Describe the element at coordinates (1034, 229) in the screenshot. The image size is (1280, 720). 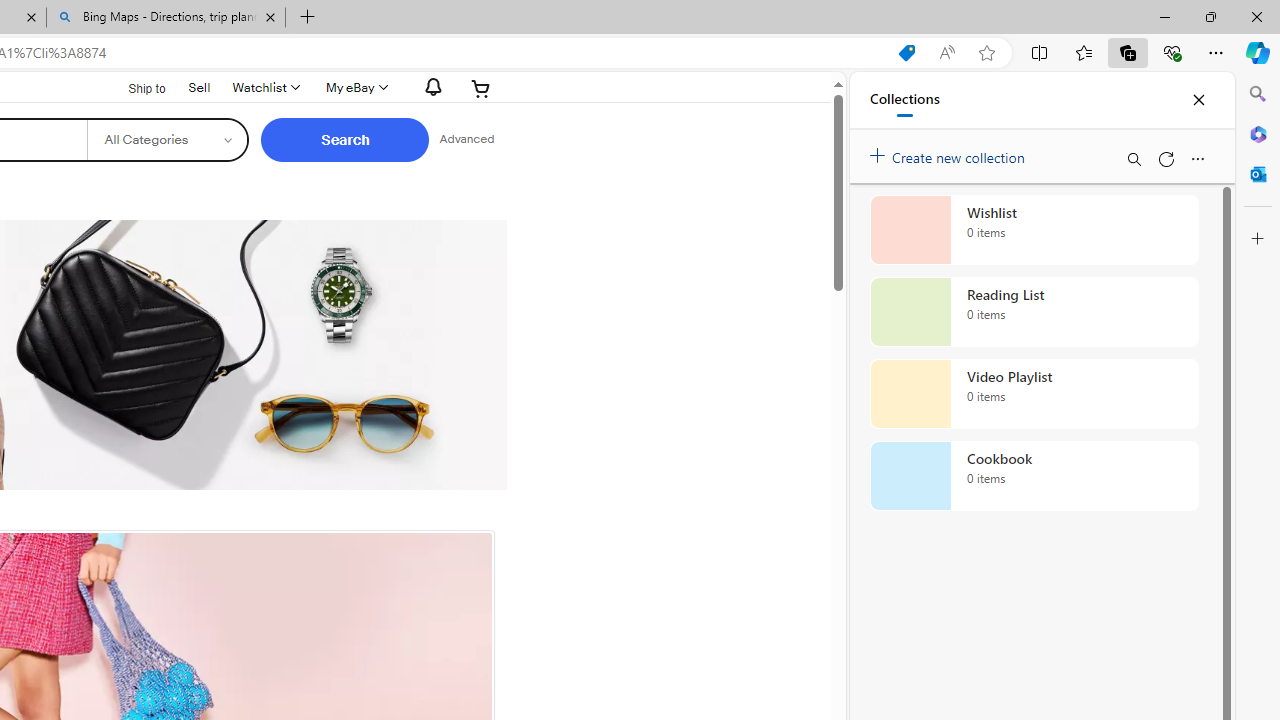
I see `'Wishlist collection, 0 items'` at that location.